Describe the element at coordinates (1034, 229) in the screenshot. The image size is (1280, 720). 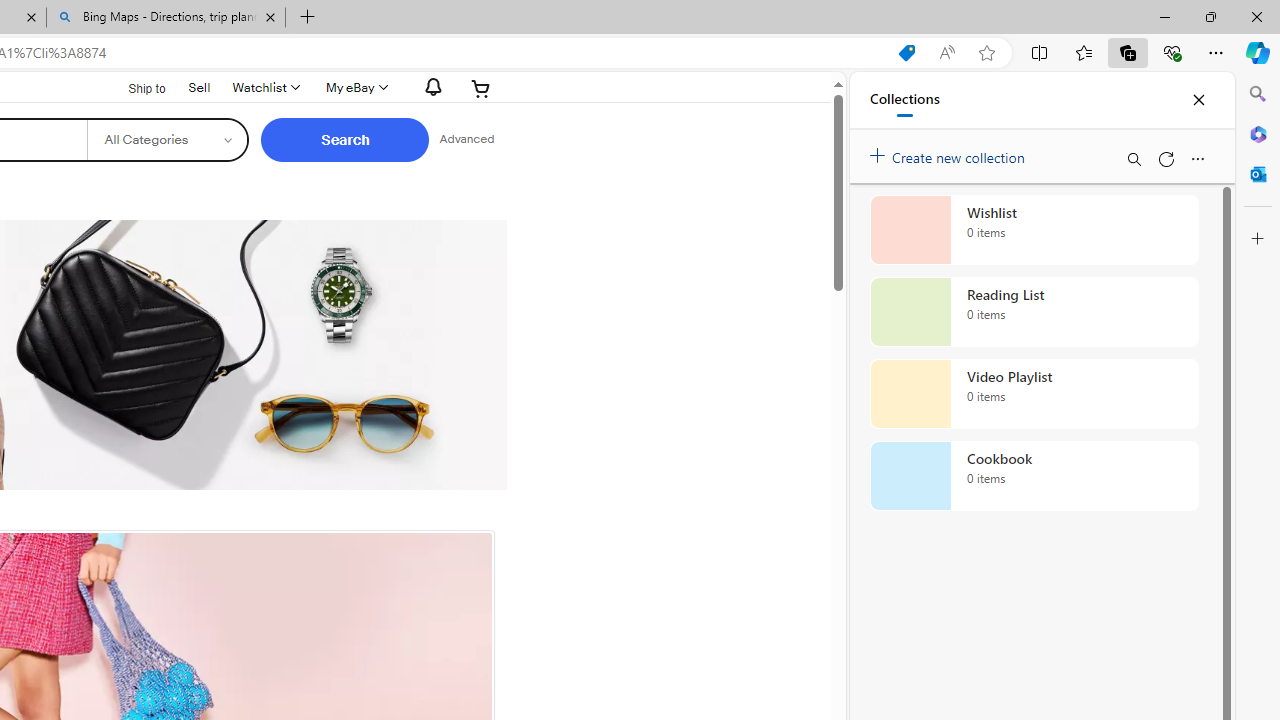
I see `'Wishlist collection, 0 items'` at that location.